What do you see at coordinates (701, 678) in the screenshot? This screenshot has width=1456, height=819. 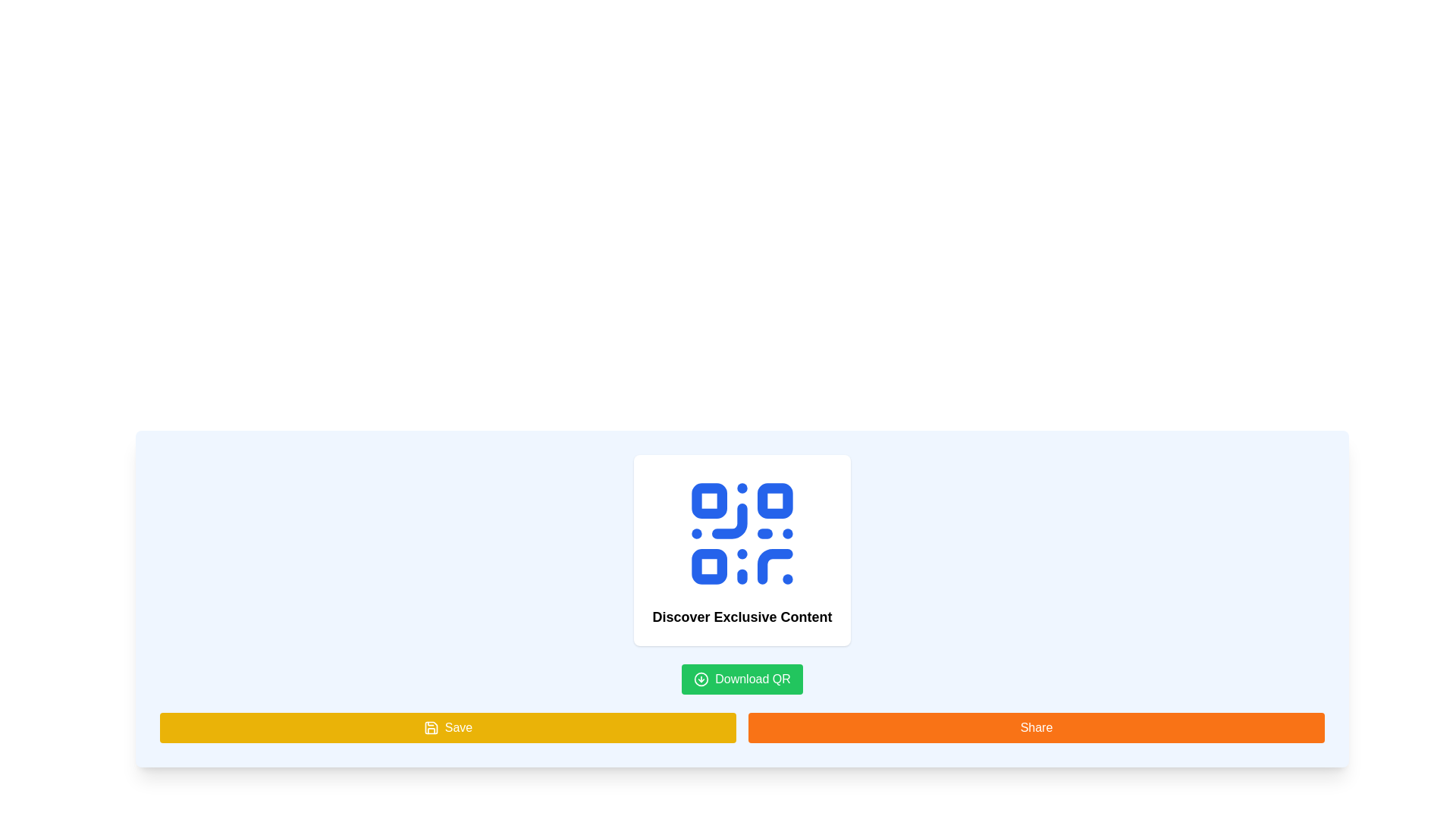 I see `the download icon located within the 'Download QR' button, which is the leftmost component of the button` at bounding box center [701, 678].